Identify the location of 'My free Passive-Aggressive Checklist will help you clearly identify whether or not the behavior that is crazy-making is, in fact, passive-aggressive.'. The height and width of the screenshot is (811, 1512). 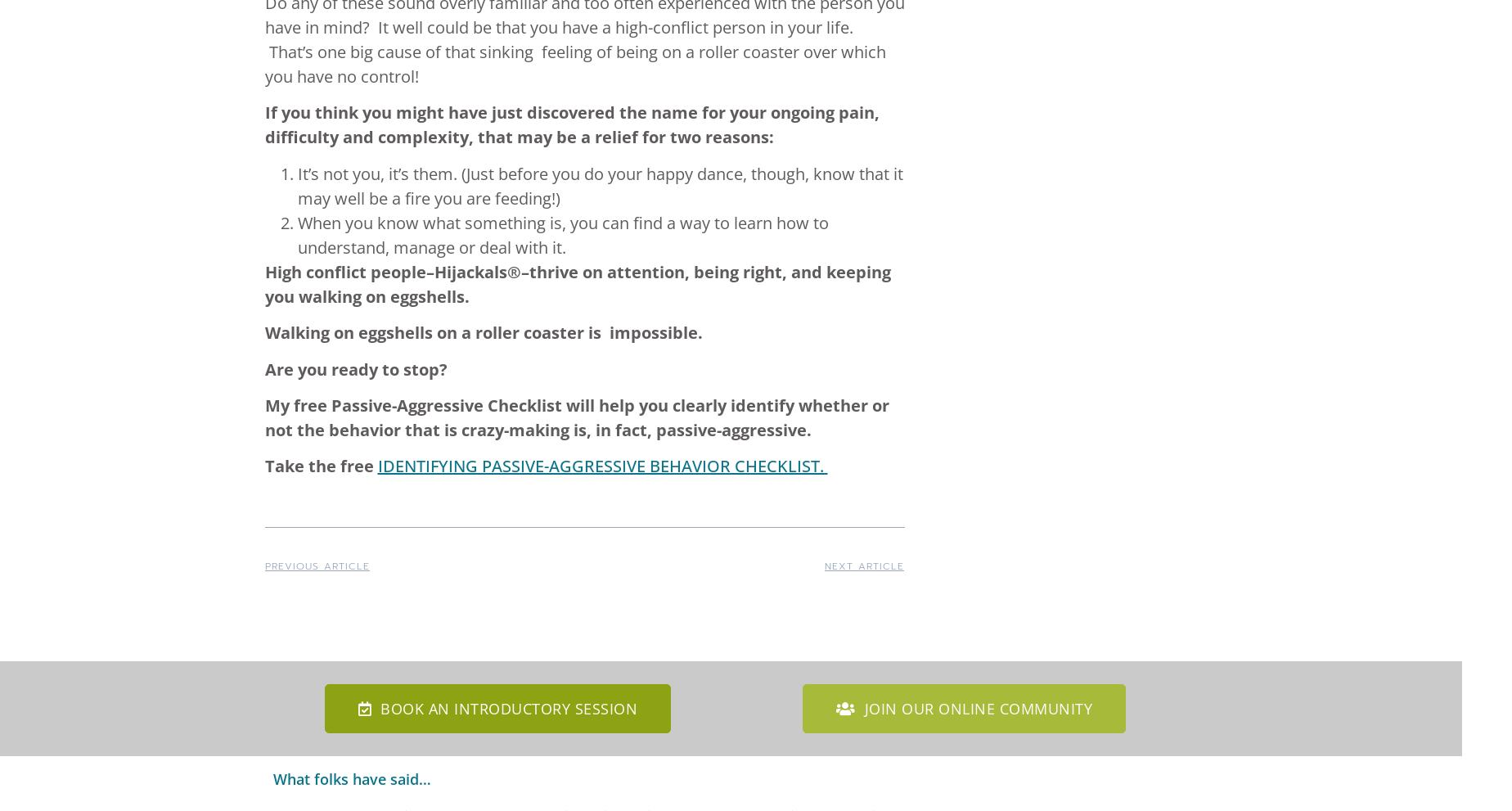
(576, 417).